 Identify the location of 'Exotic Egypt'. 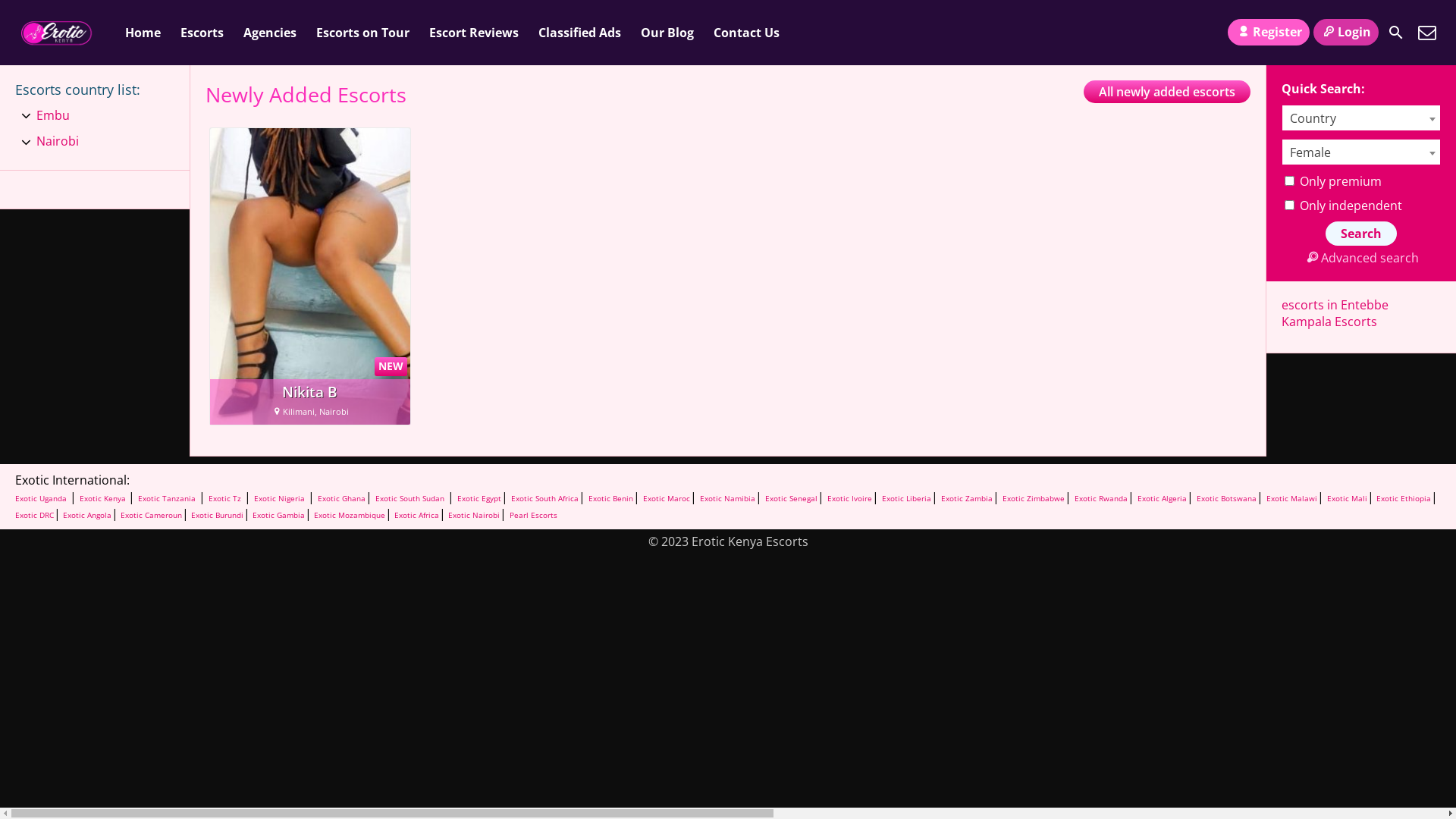
(457, 497).